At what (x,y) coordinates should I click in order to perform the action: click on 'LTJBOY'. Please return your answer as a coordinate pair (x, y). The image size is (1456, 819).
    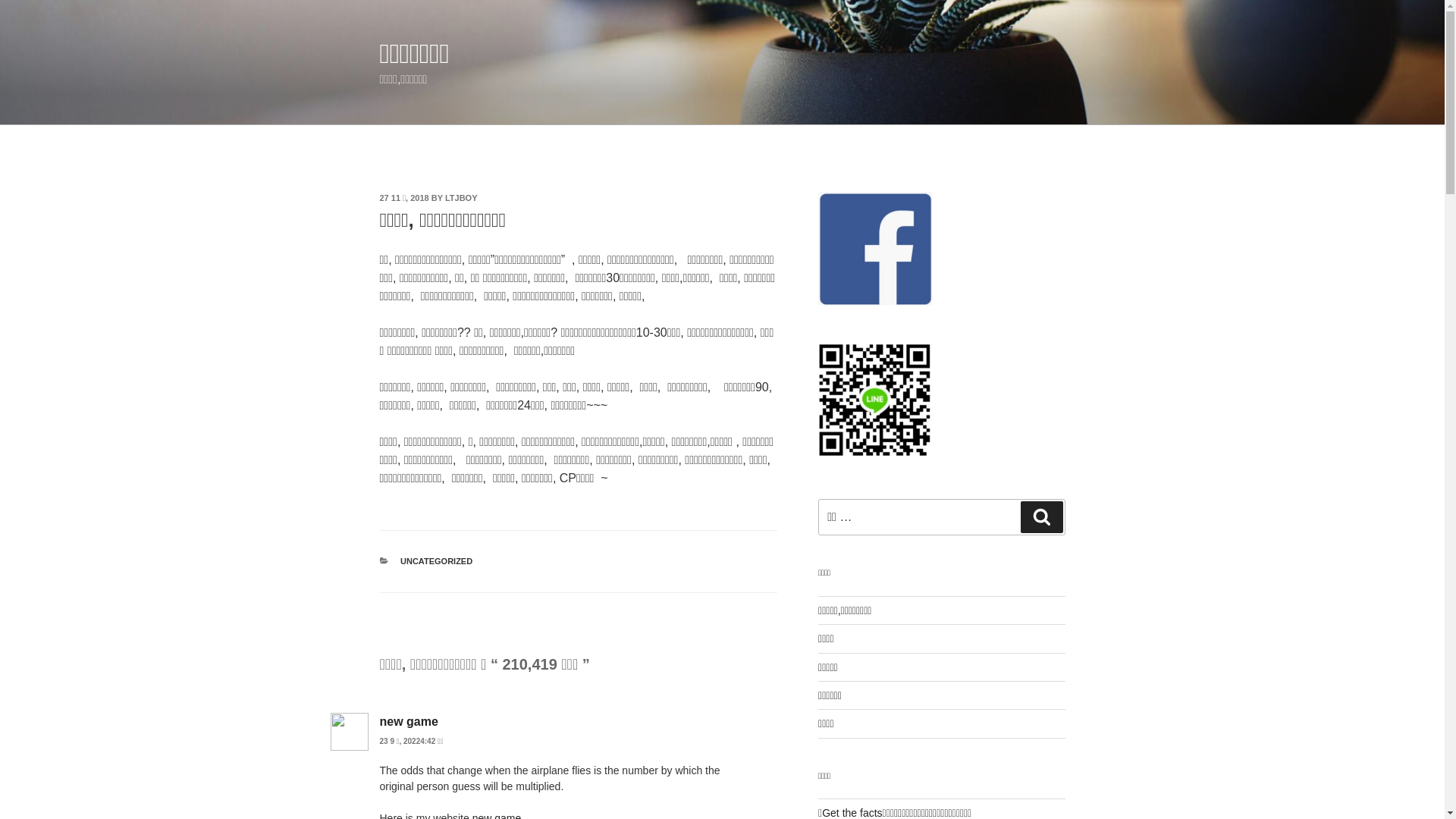
    Looking at the image, I should click on (460, 197).